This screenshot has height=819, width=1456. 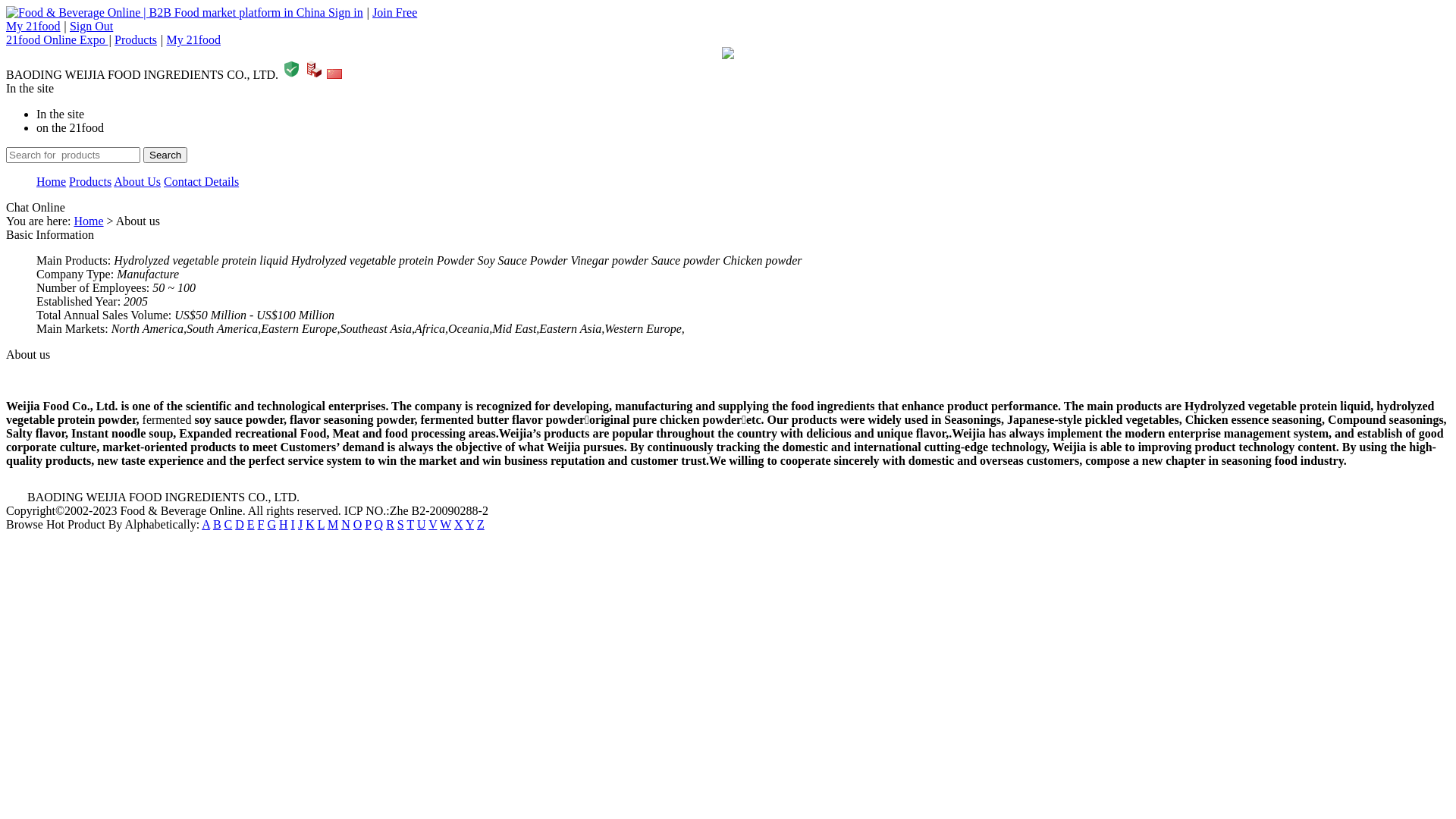 What do you see at coordinates (271, 523) in the screenshot?
I see `'G'` at bounding box center [271, 523].